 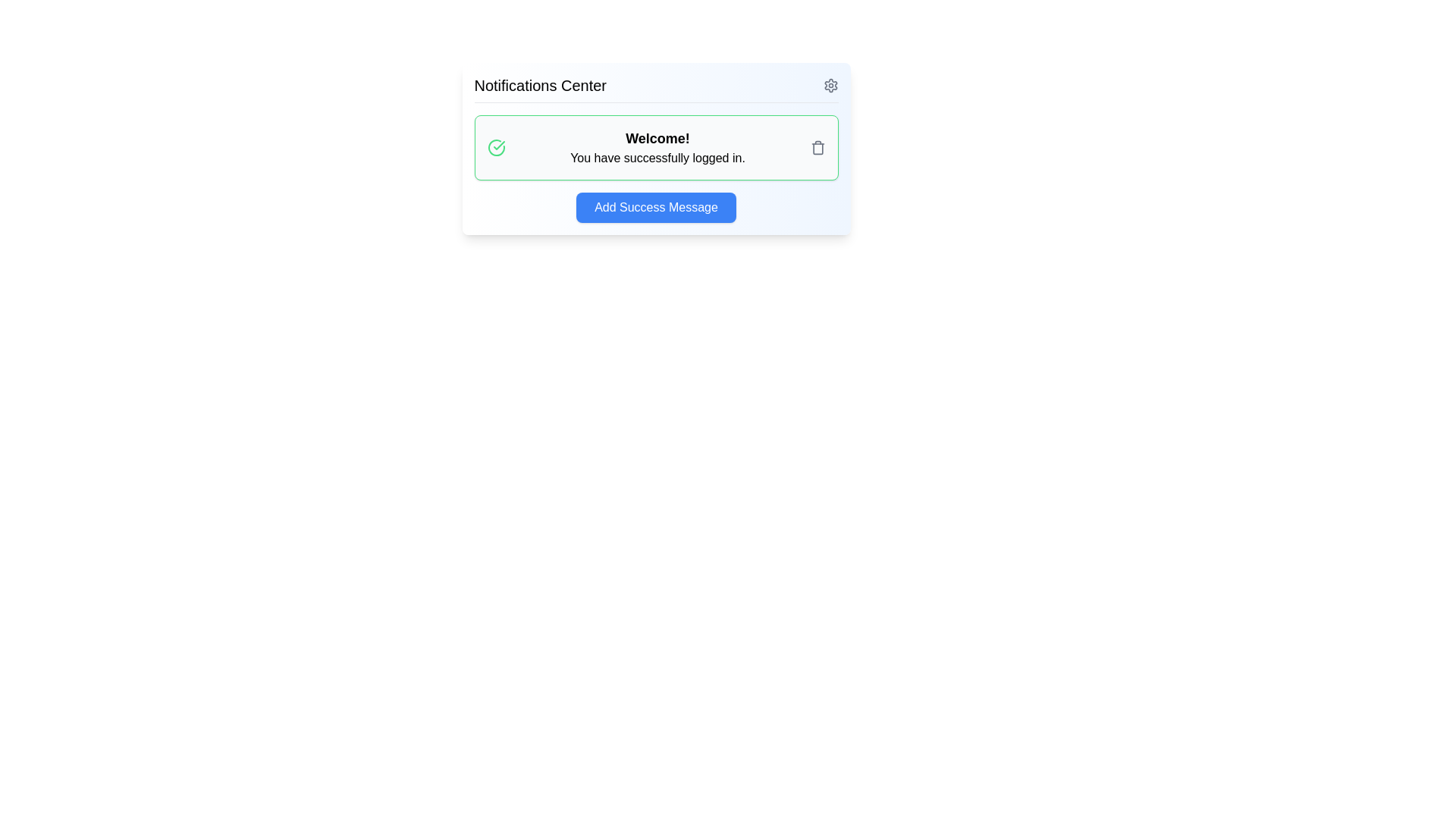 What do you see at coordinates (496, 148) in the screenshot?
I see `the success icon located in the center of the notification box header` at bounding box center [496, 148].